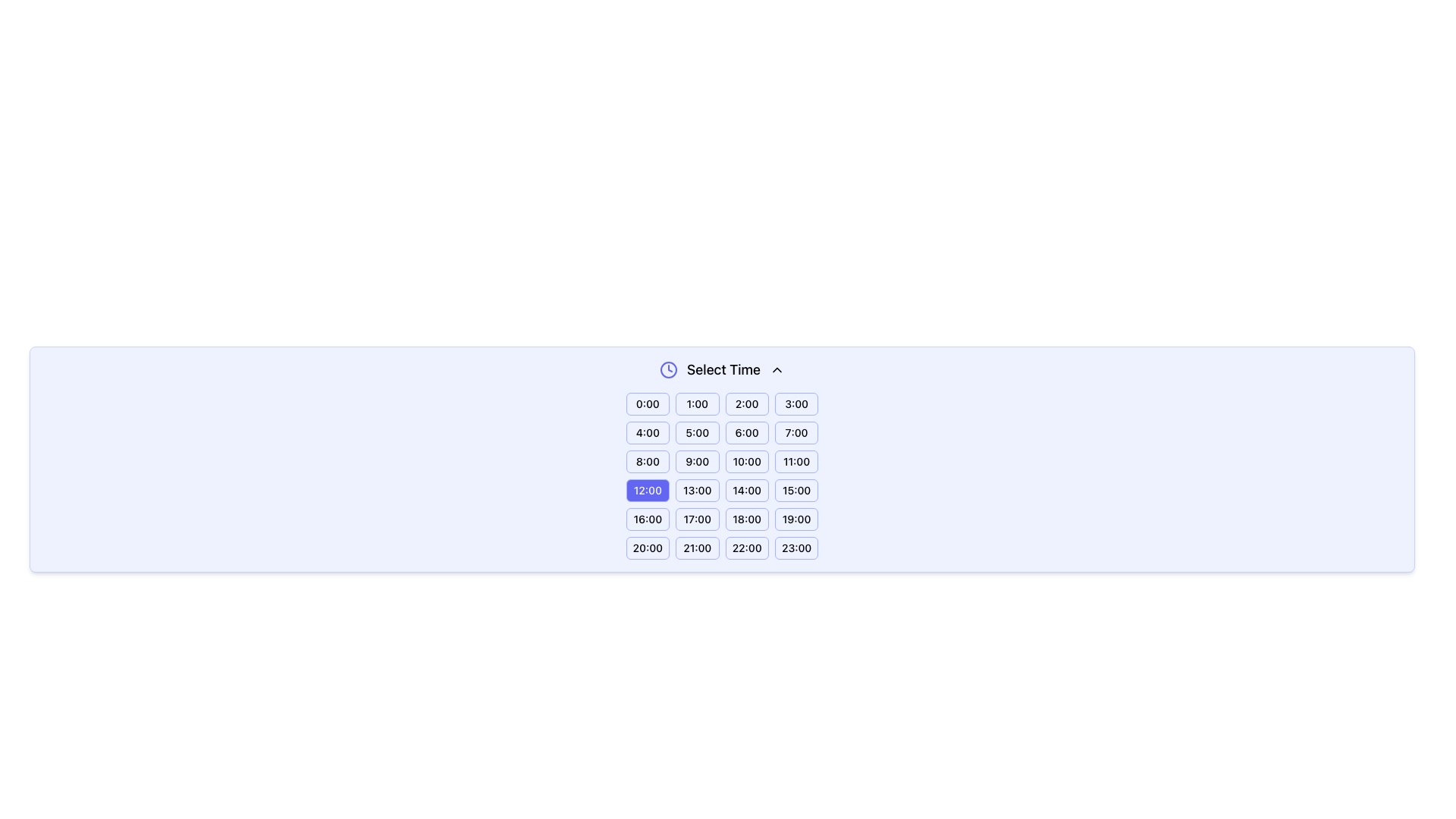  Describe the element at coordinates (648, 461) in the screenshot. I see `the rectangular button with rounded corners labeled '8:00' located in the third row, first column of the time grid below 'Select Time'` at that location.